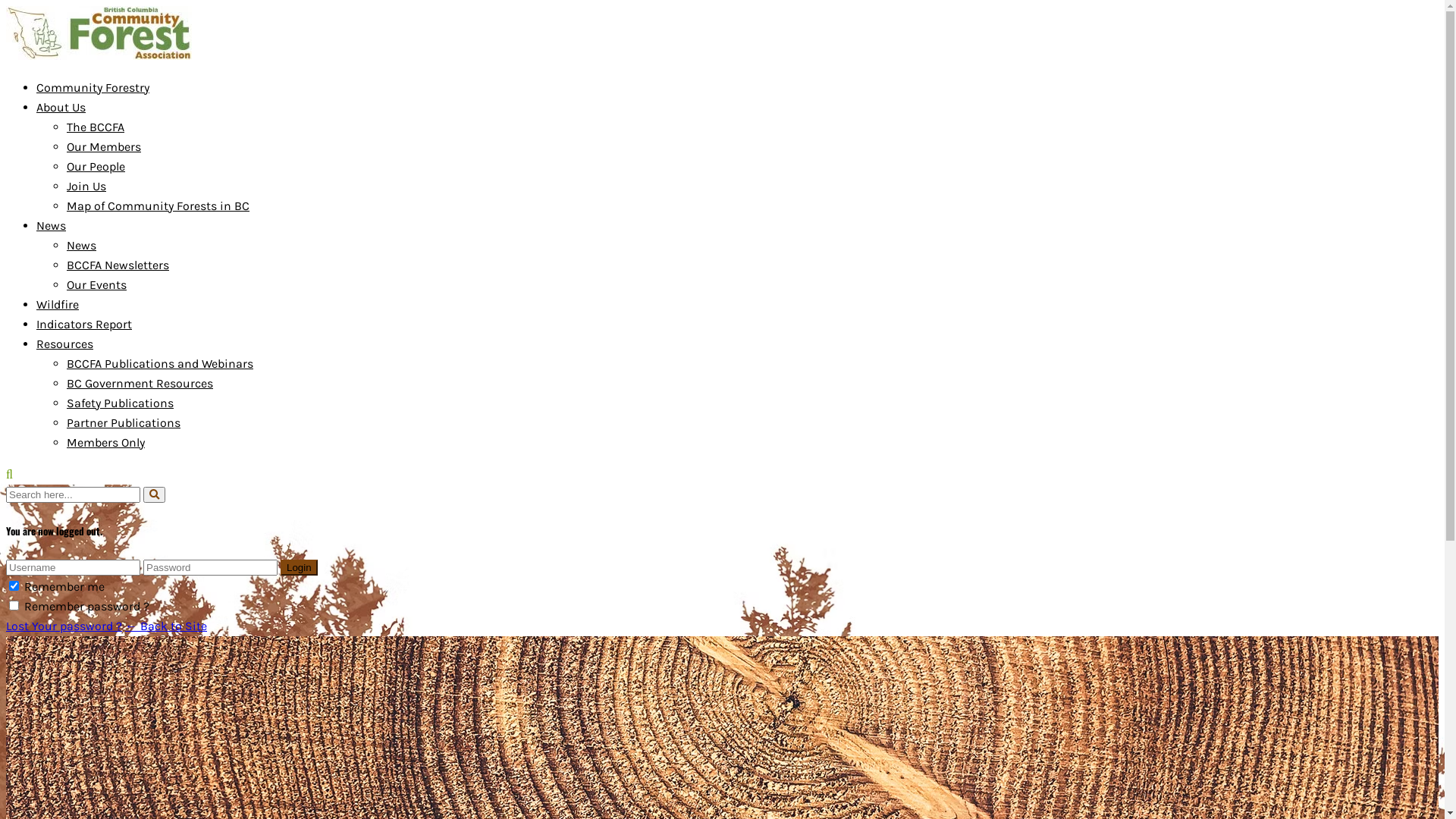  Describe the element at coordinates (6, 626) in the screenshot. I see `'Lost Your password ?'` at that location.